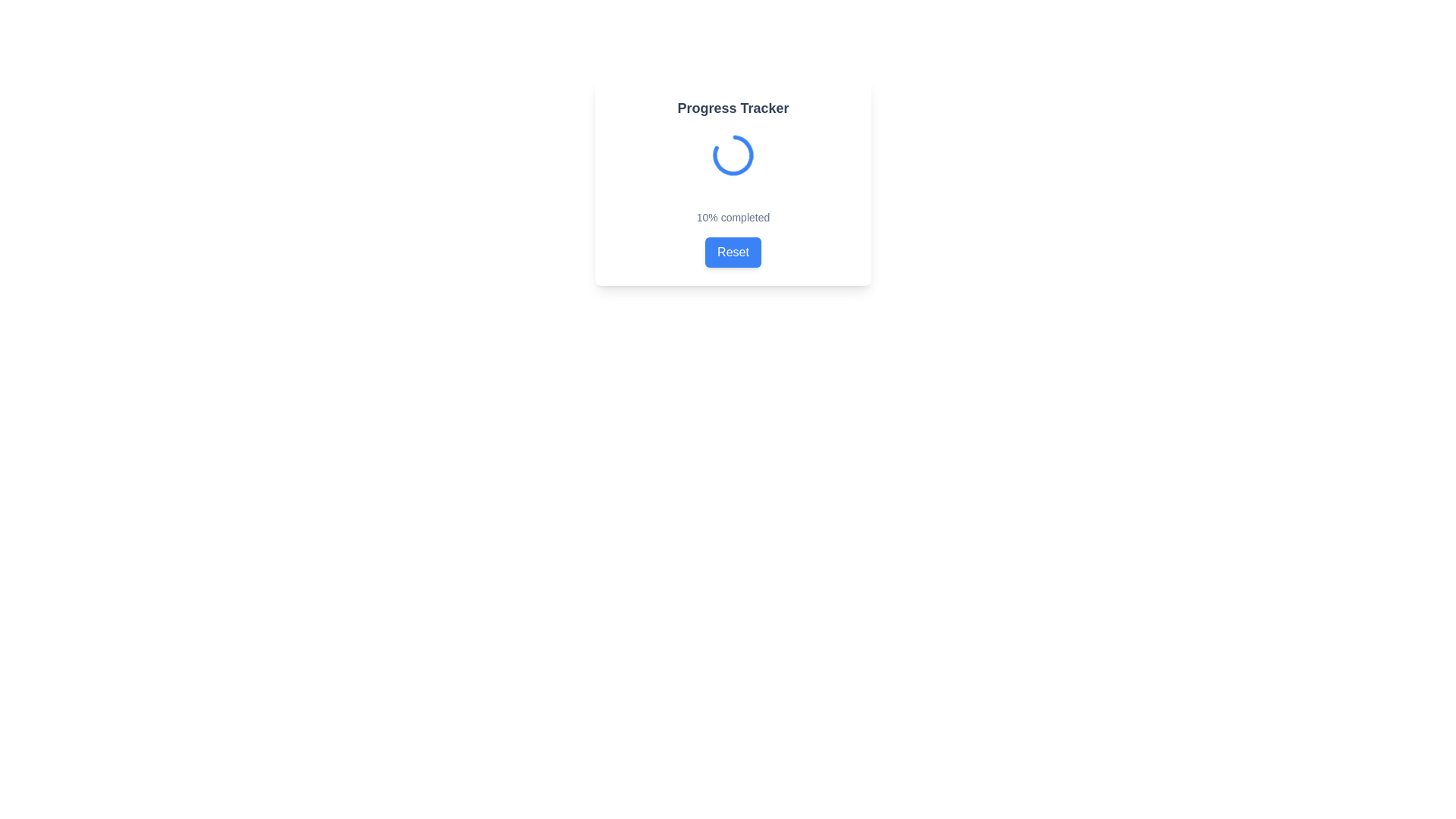 The image size is (1456, 819). What do you see at coordinates (733, 251) in the screenshot?
I see `the reset button located at the bottom of the centered card component, which is directly beneath the '0% completed' text, to observe the hover effect` at bounding box center [733, 251].